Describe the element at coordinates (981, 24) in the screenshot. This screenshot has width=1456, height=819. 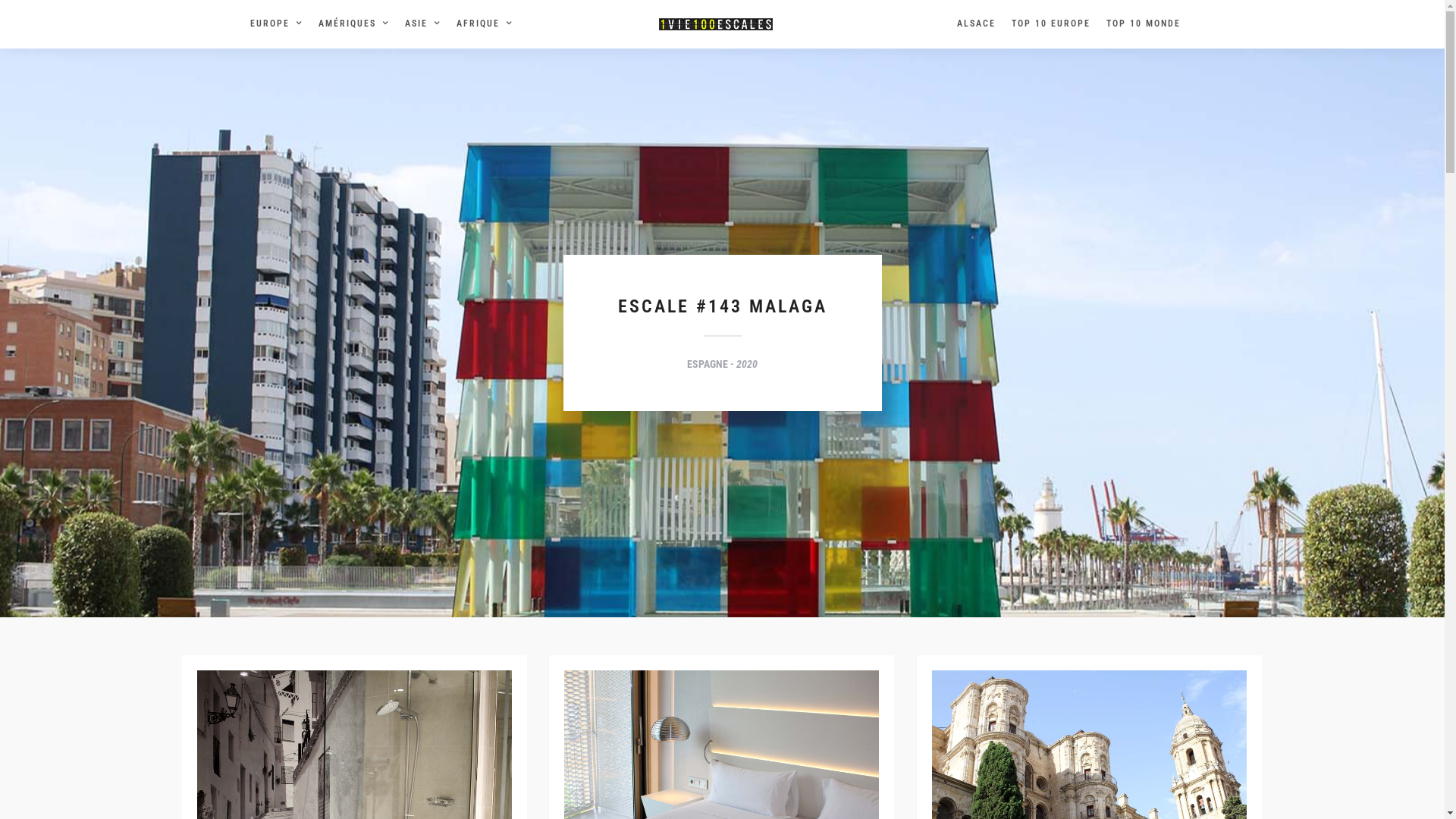
I see `'ALSACE'` at that location.